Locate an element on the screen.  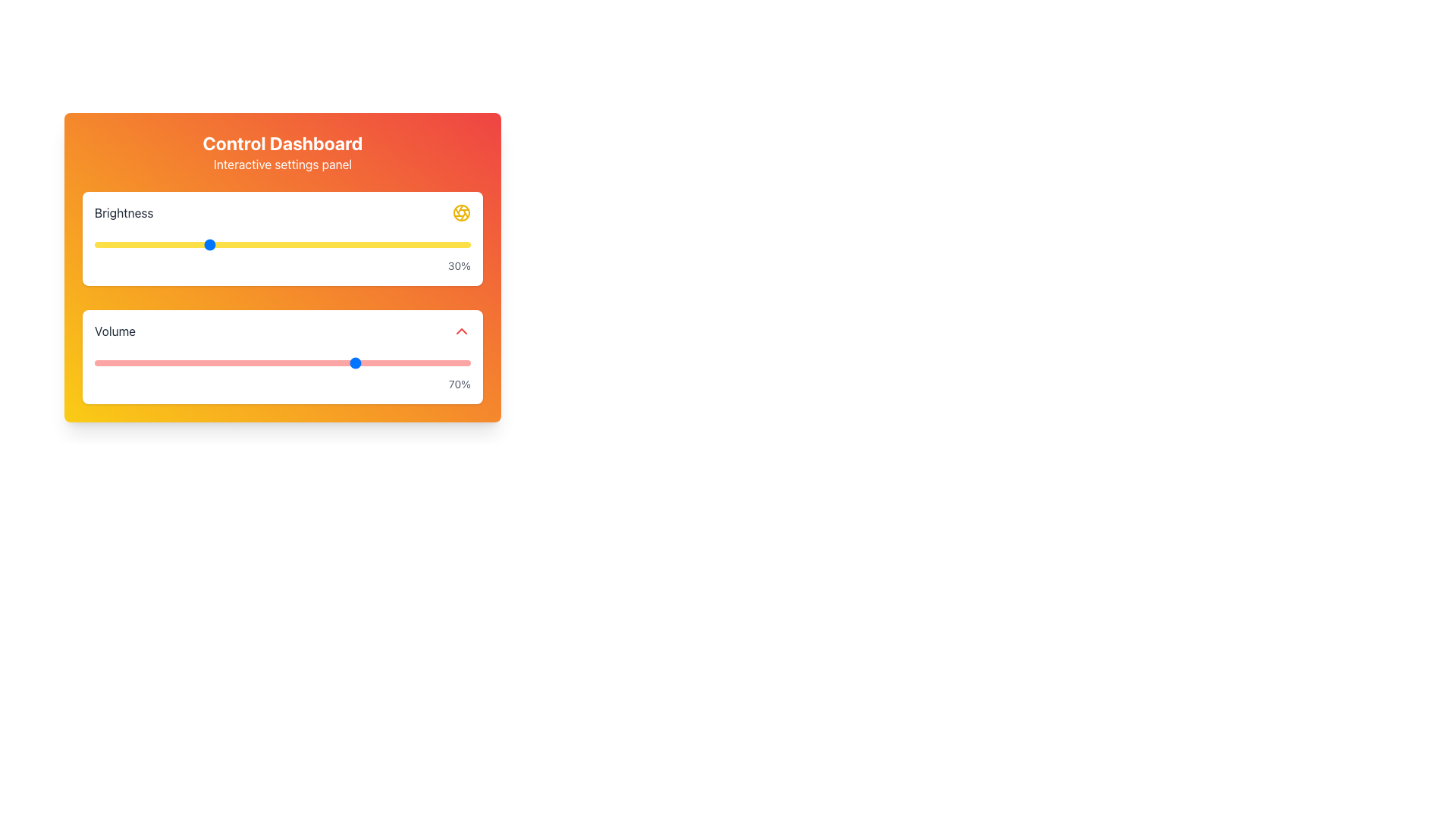
the volume is located at coordinates (158, 362).